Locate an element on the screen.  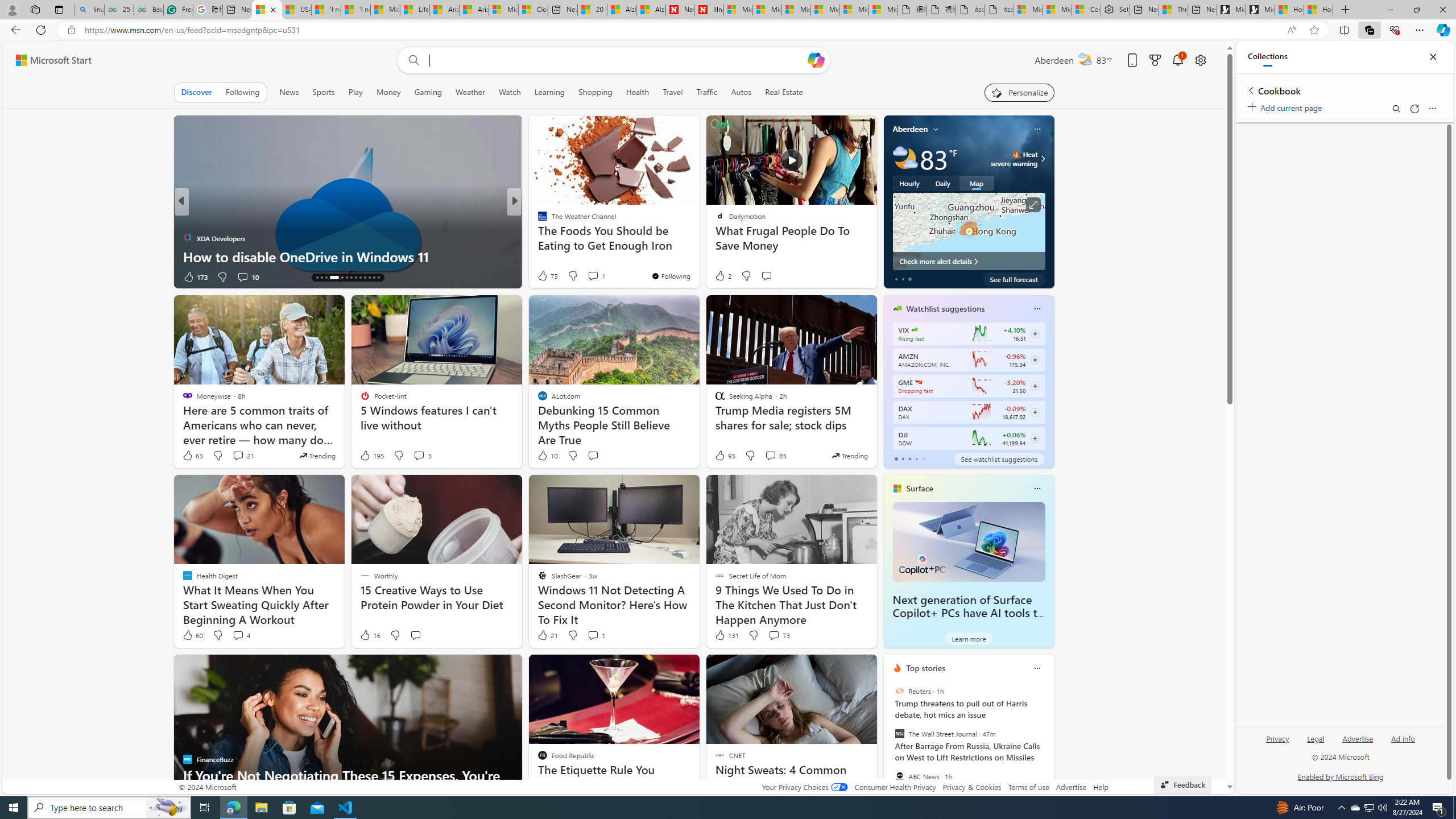
'tab-1' is located at coordinates (903, 459).